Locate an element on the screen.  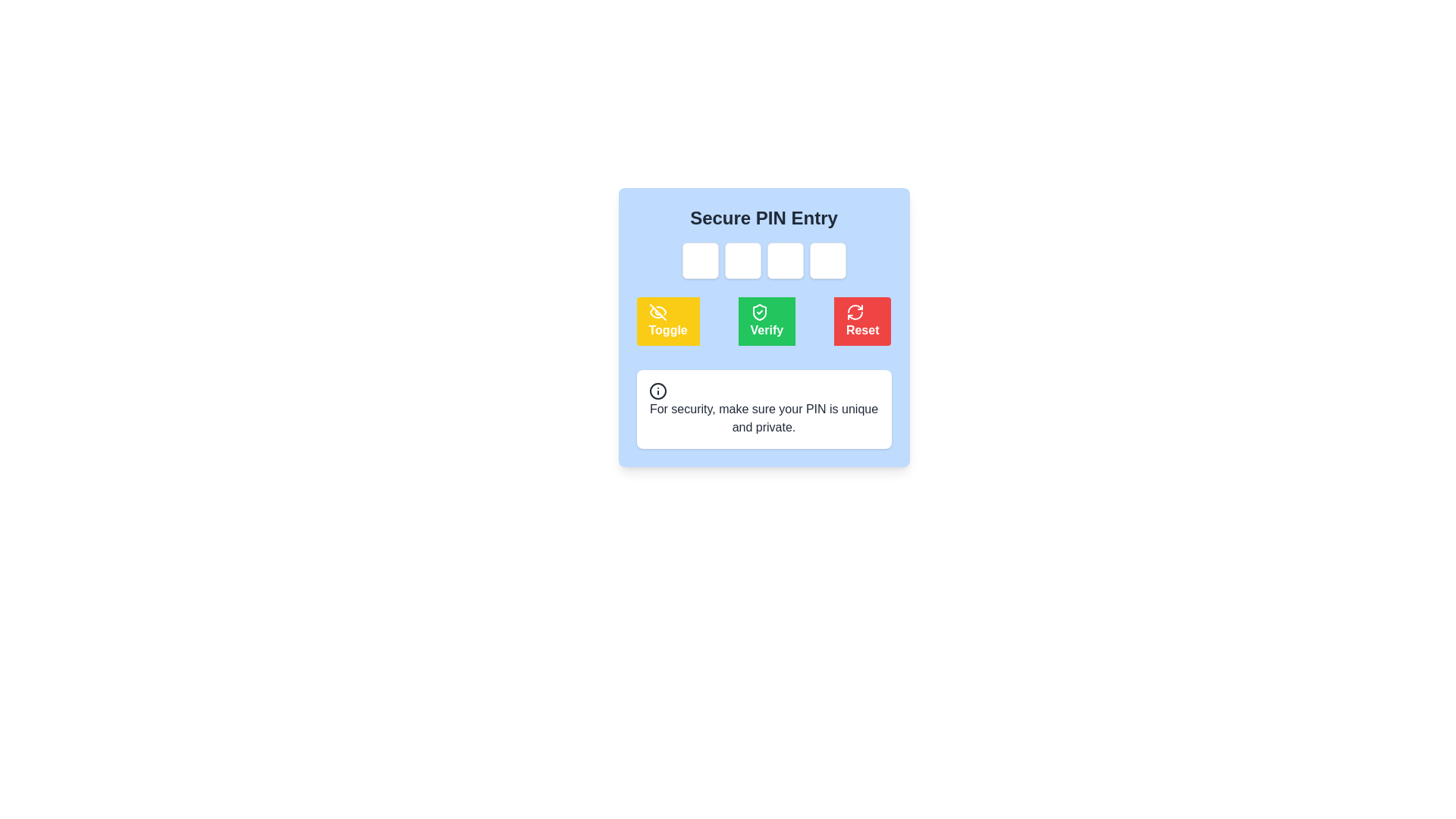
the fourth single-character password input field, which is styled with a white background and rounded borders, located in the 'Secure PIN Entry' section is located at coordinates (827, 259).